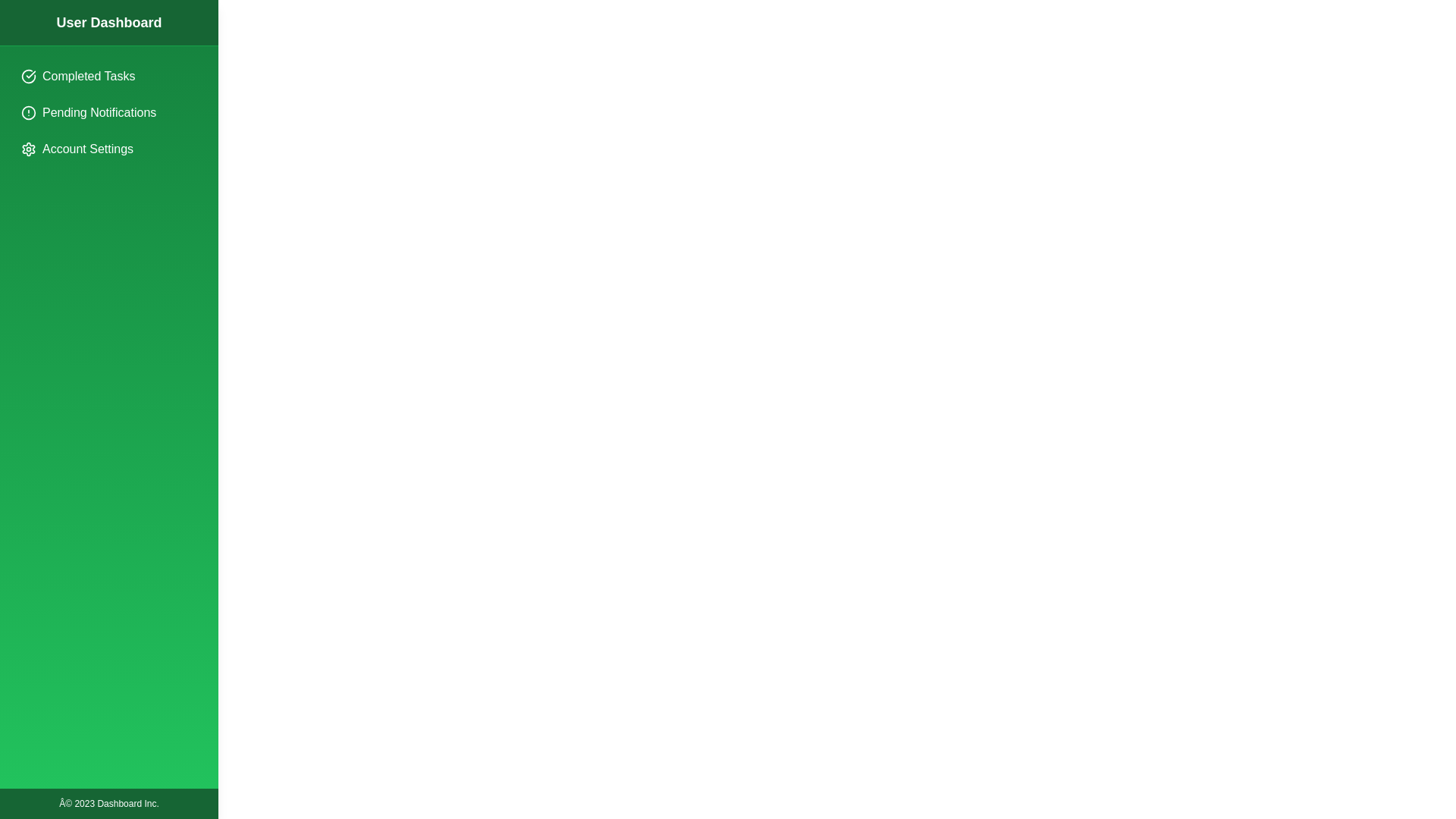 The height and width of the screenshot is (819, 1456). I want to click on the menu item Account Settings, so click(108, 149).